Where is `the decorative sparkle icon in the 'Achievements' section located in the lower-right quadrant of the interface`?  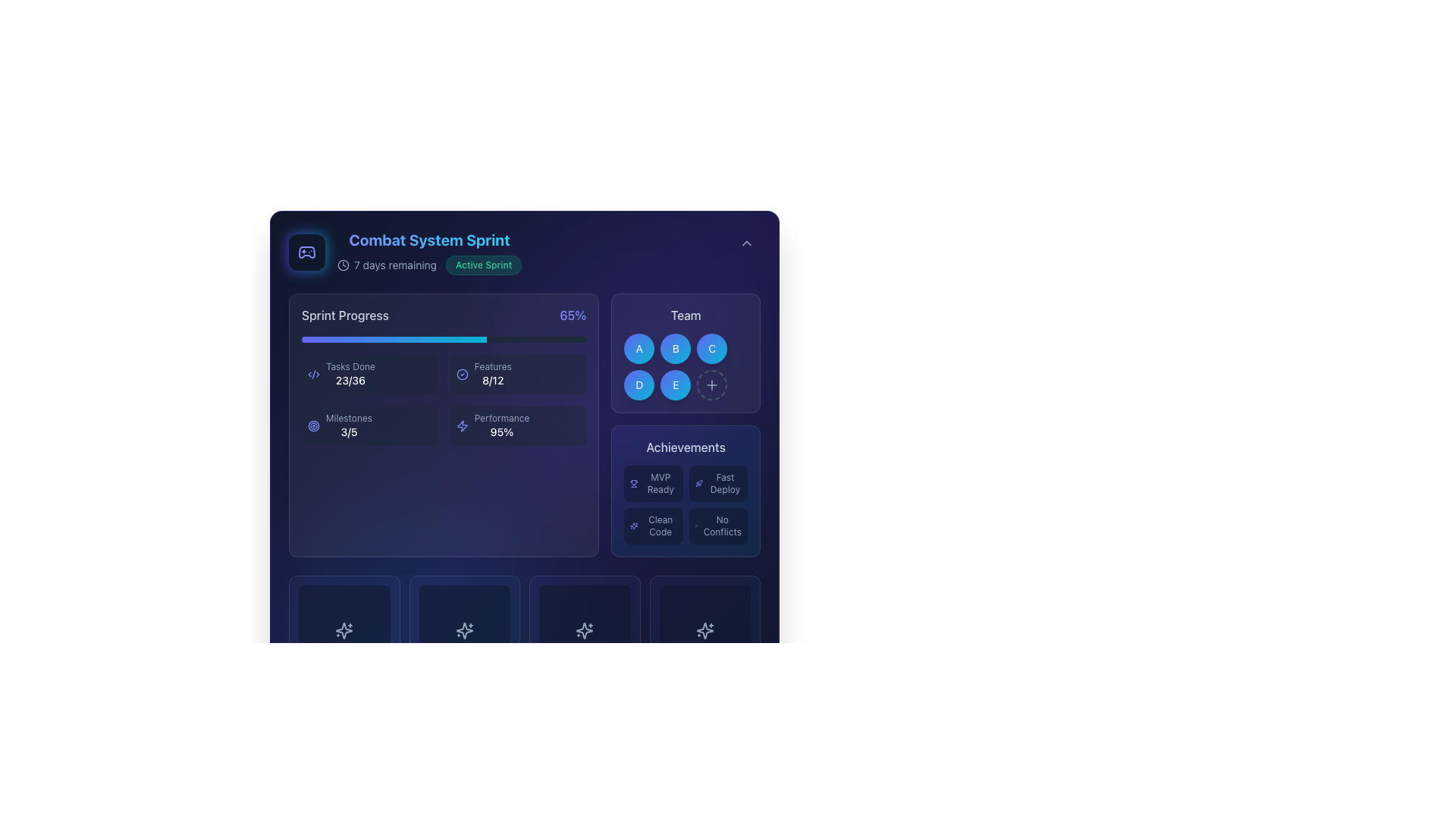 the decorative sparkle icon in the 'Achievements' section located in the lower-right quadrant of the interface is located at coordinates (634, 526).